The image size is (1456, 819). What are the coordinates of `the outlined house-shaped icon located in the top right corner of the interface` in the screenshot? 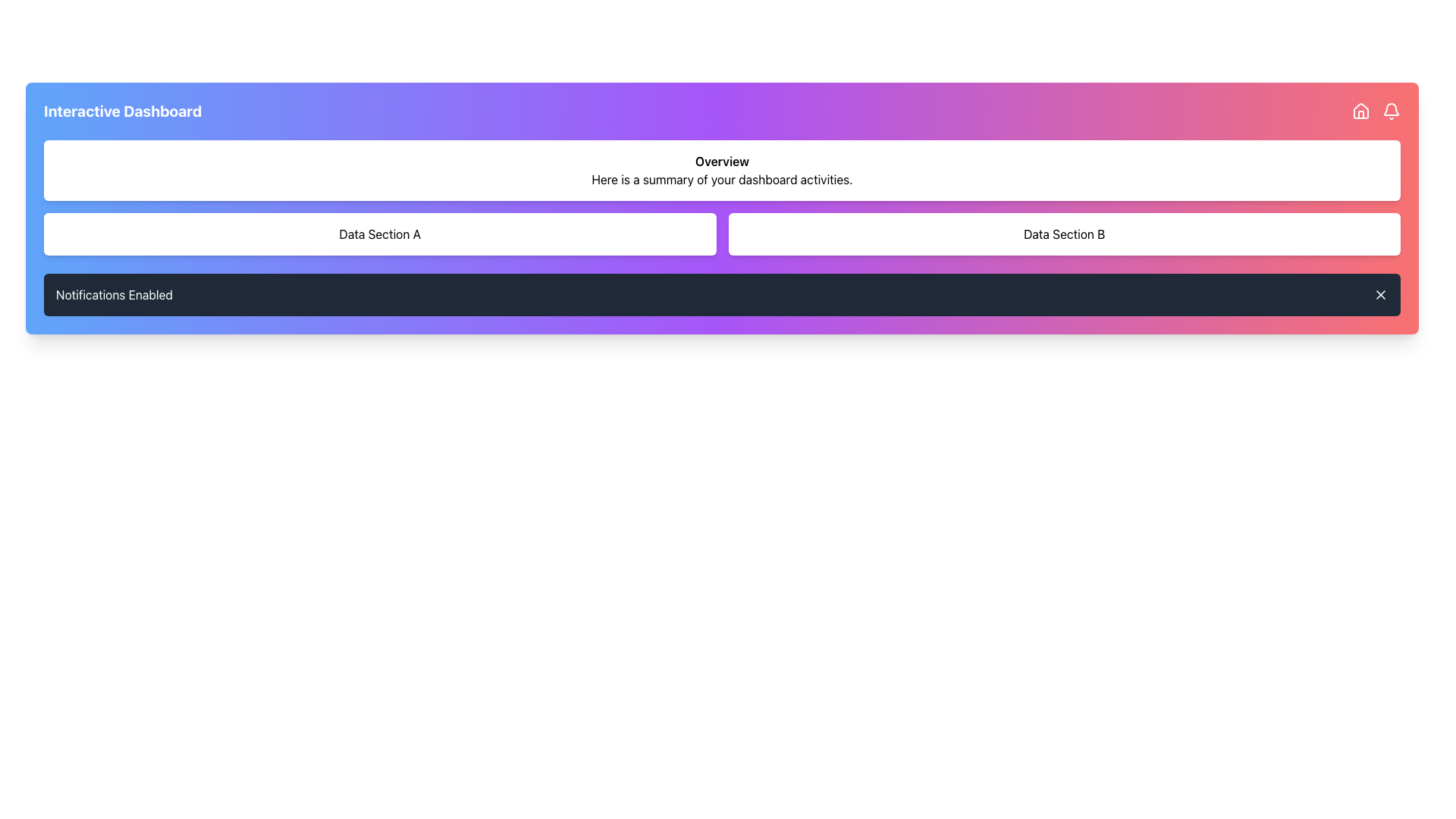 It's located at (1361, 110).